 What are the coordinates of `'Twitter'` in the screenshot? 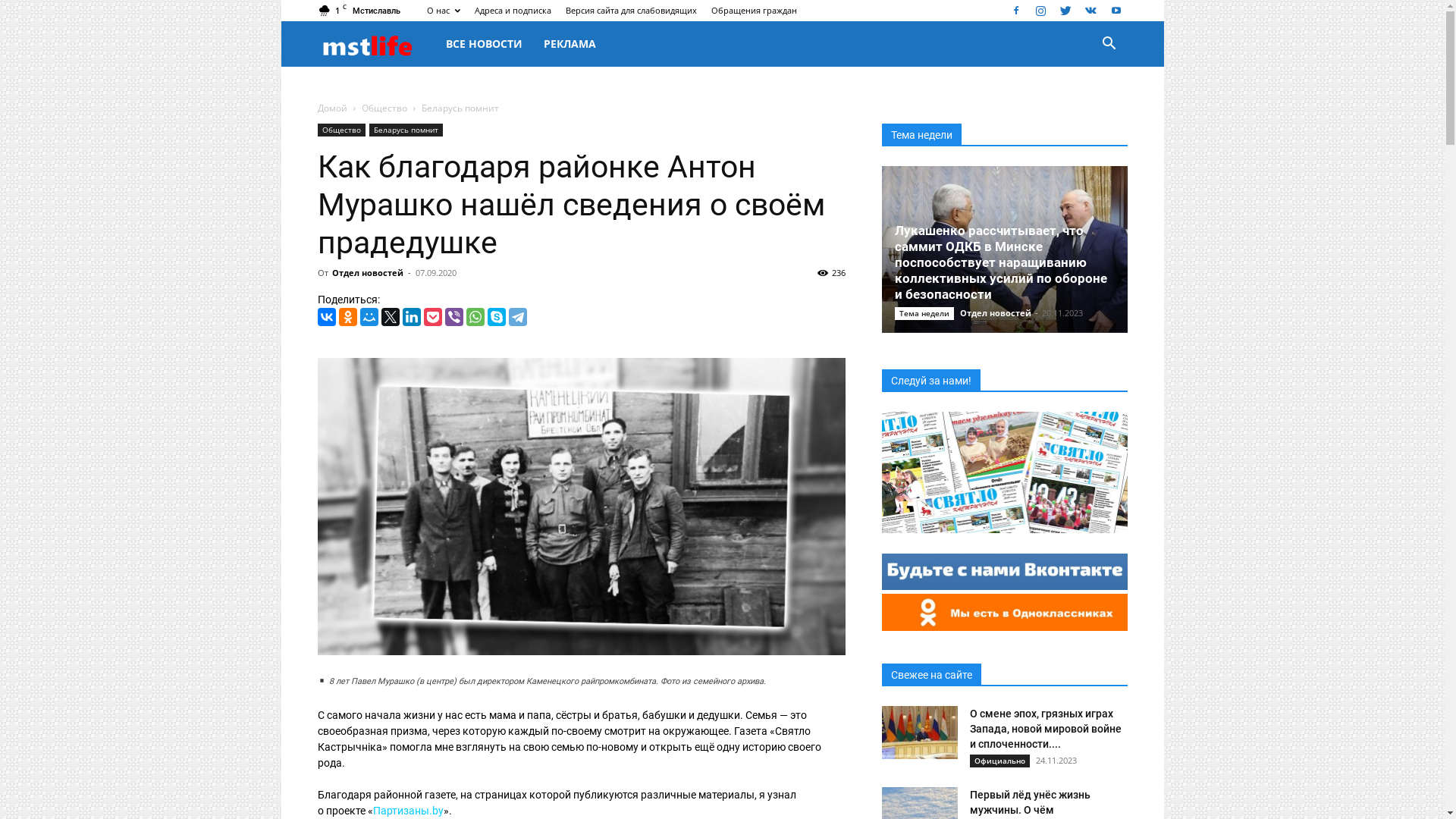 It's located at (381, 315).